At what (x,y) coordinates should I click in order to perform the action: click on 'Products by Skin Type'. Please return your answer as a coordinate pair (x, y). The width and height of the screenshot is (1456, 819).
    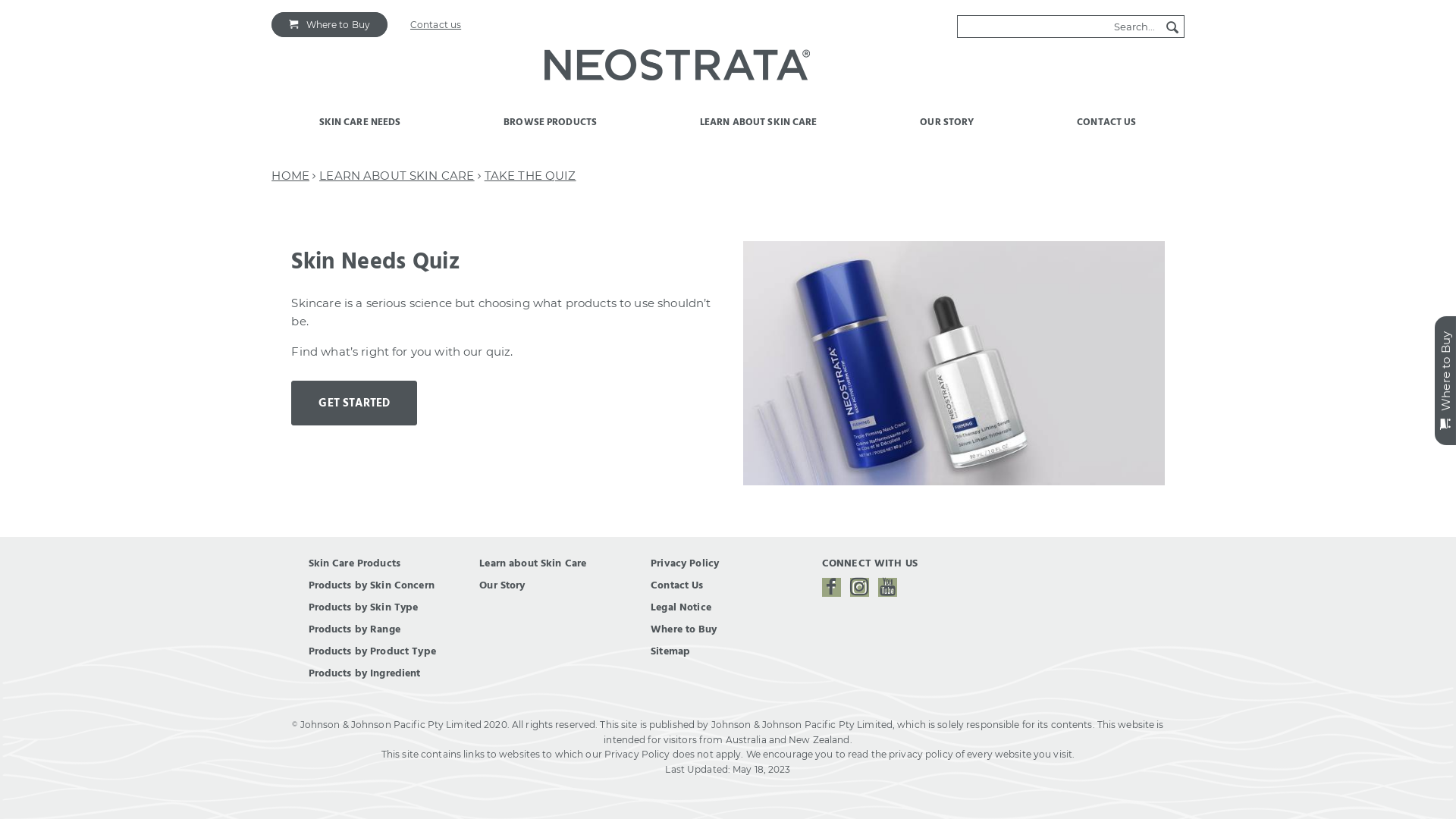
    Looking at the image, I should click on (362, 607).